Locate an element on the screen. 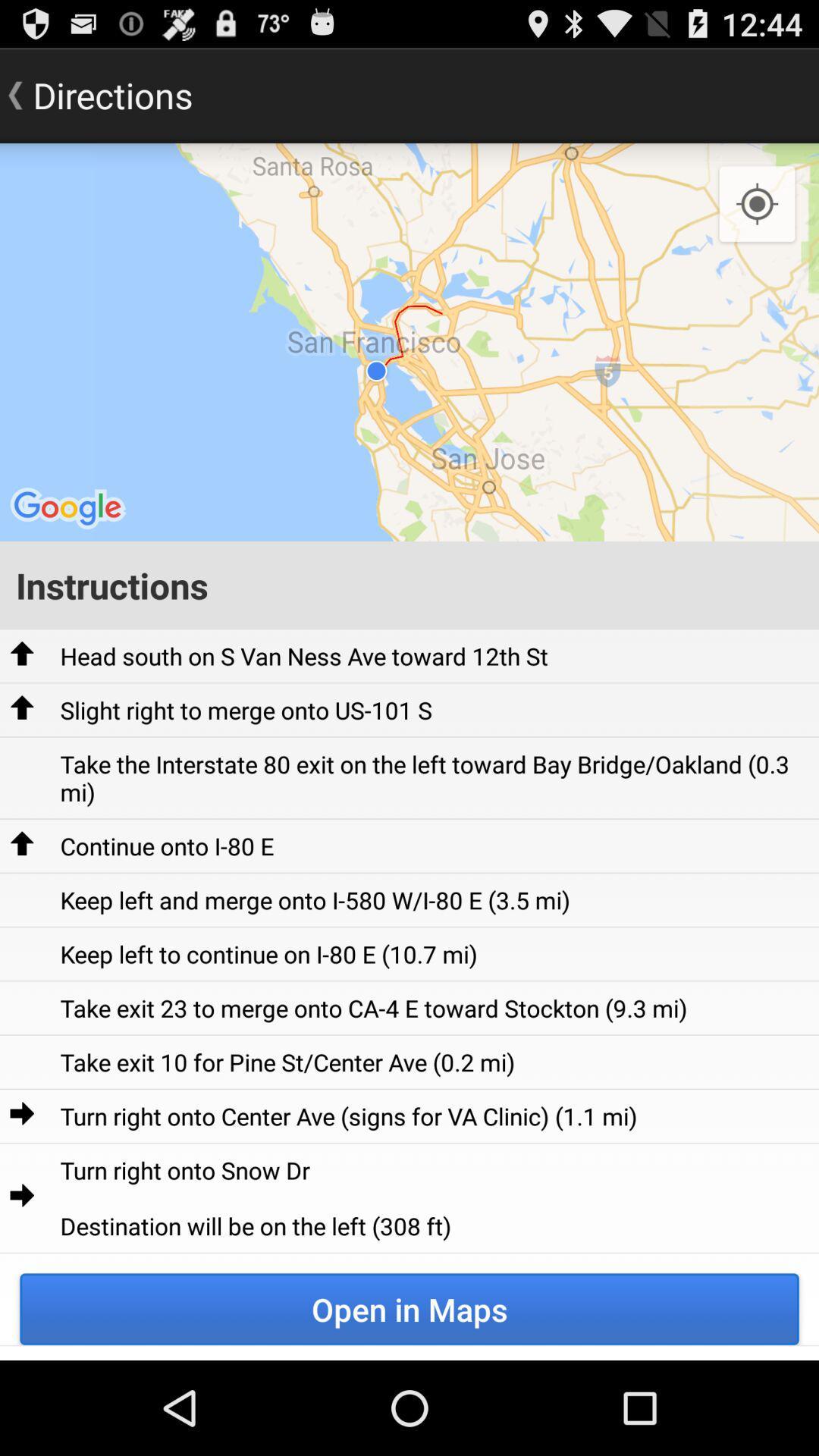 This screenshot has width=819, height=1456. the head south on app is located at coordinates (304, 656).